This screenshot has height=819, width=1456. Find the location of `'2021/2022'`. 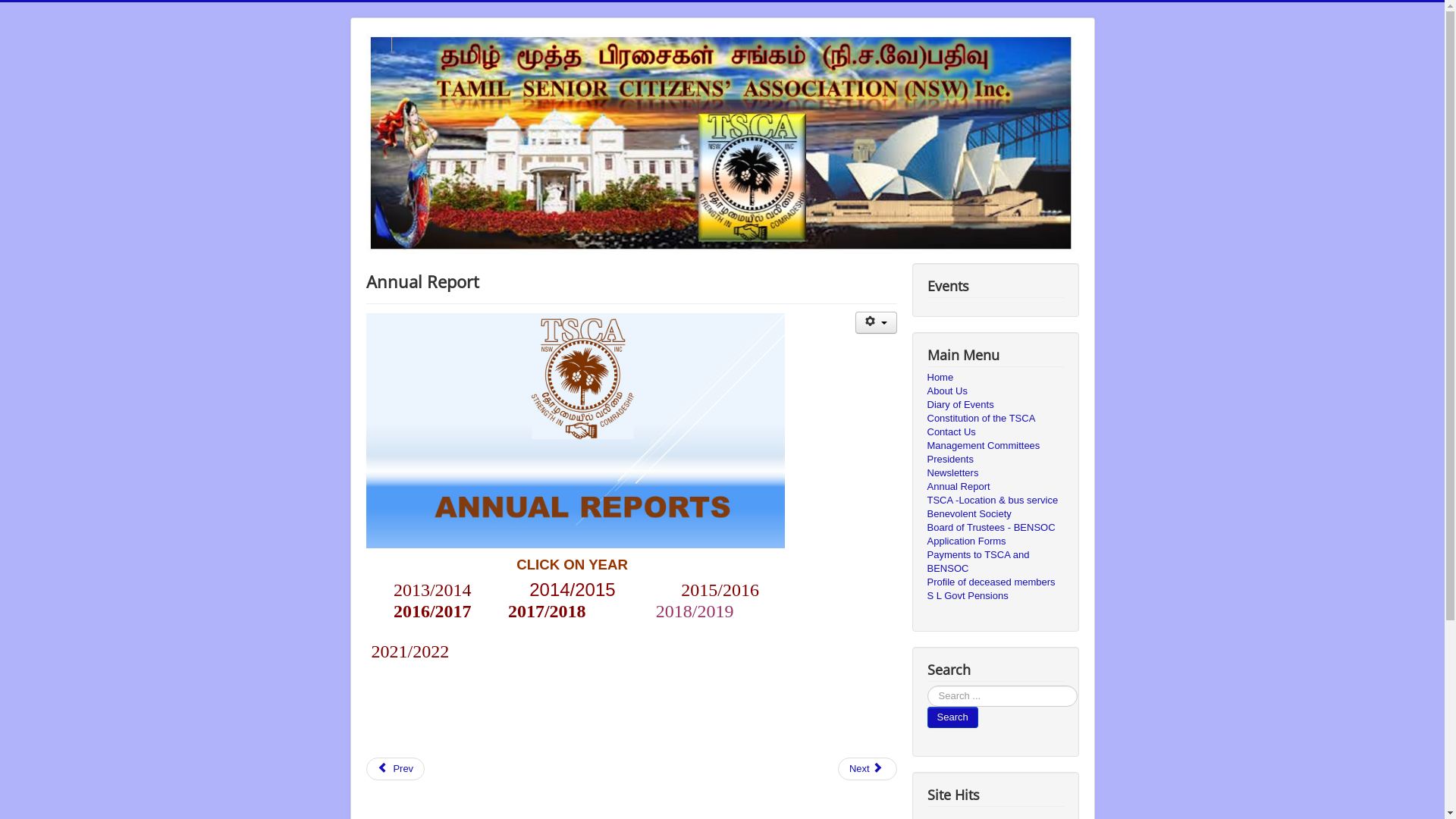

'2021/2022' is located at coordinates (410, 651).